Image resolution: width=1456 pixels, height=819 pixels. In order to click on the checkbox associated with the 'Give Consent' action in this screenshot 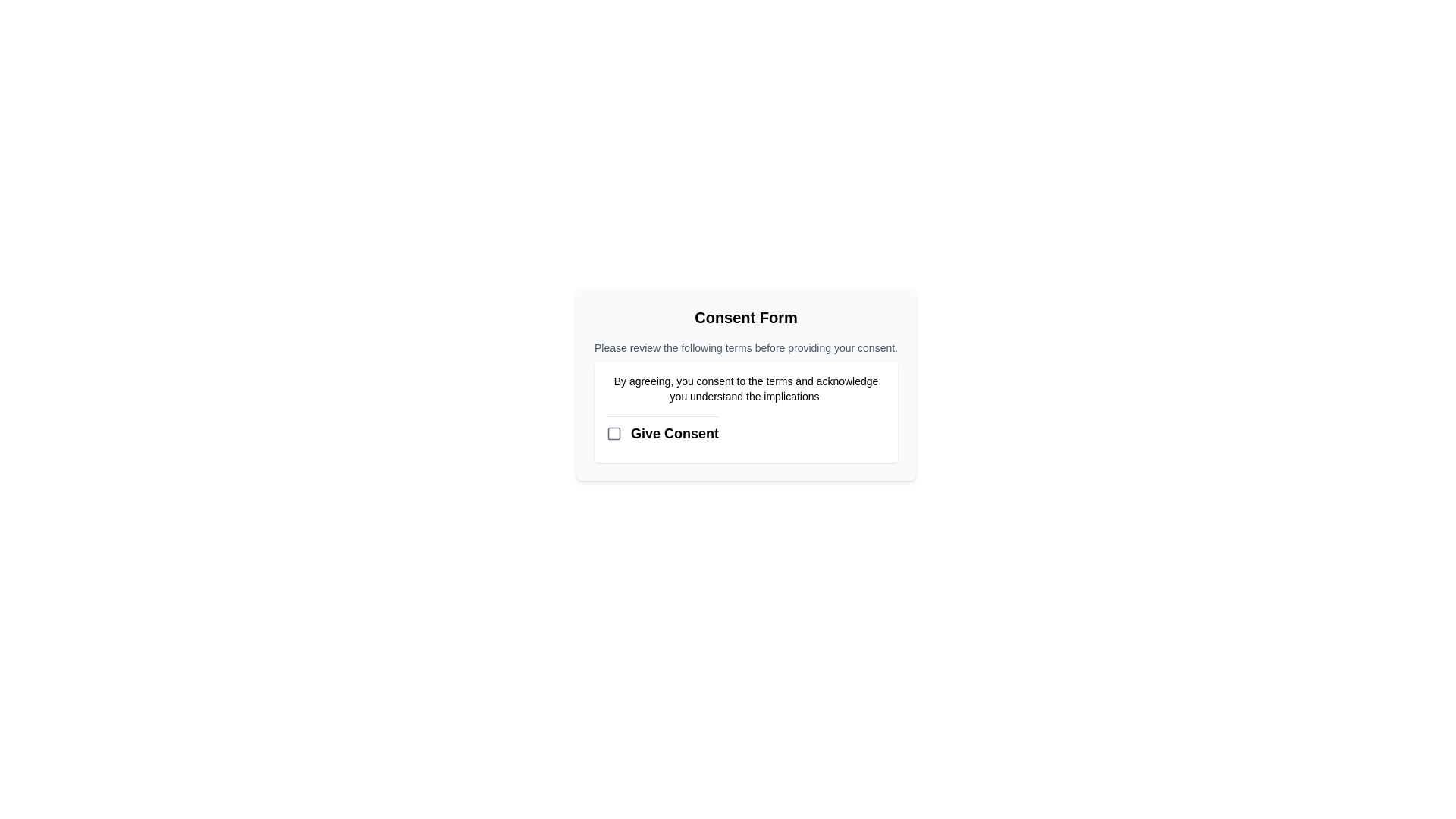, I will do `click(614, 433)`.